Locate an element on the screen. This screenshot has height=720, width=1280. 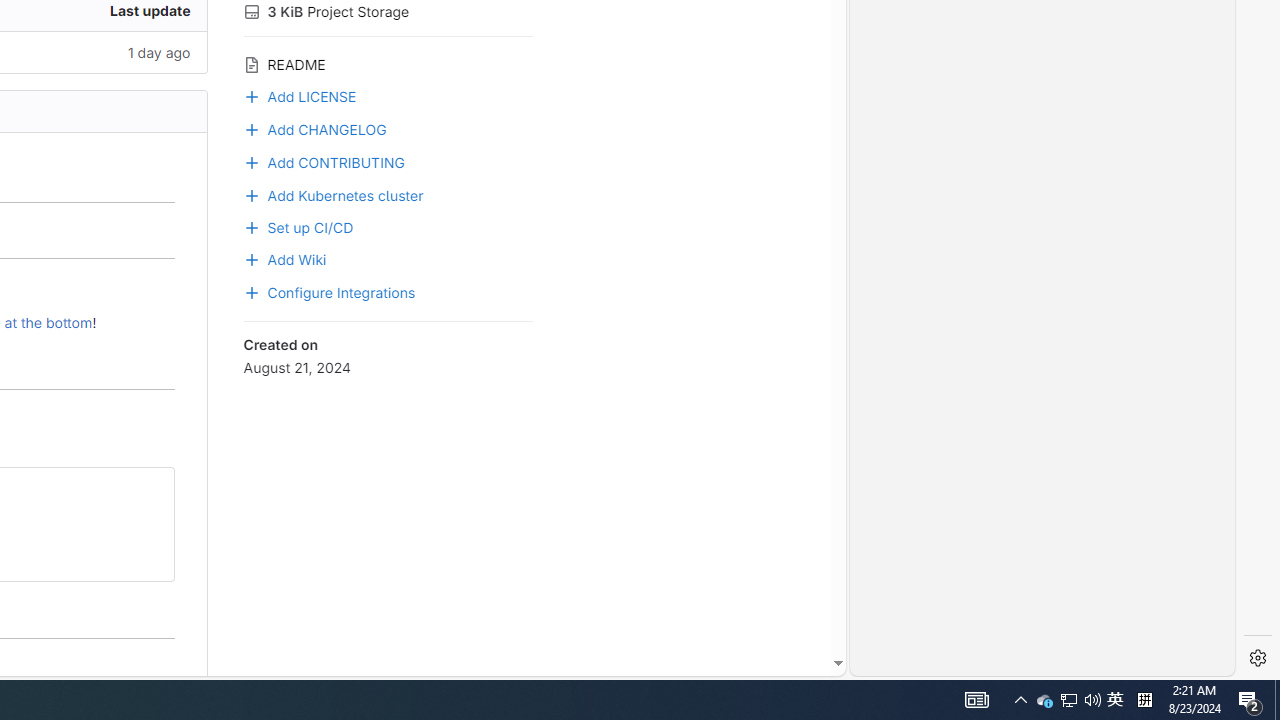
'Add Kubernetes cluster' is located at coordinates (333, 194).